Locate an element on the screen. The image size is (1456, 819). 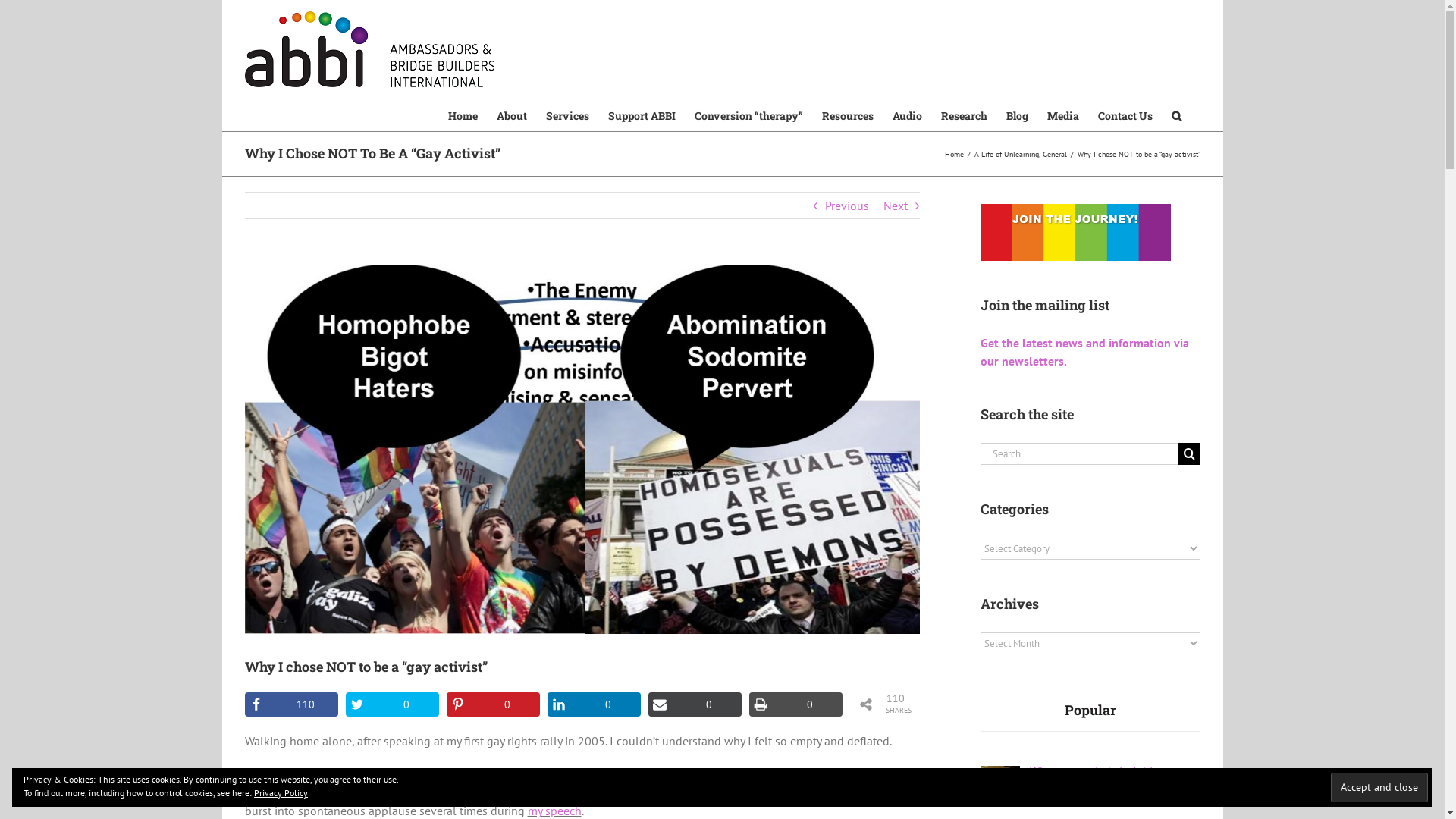
'Accept and close' is located at coordinates (1379, 786).